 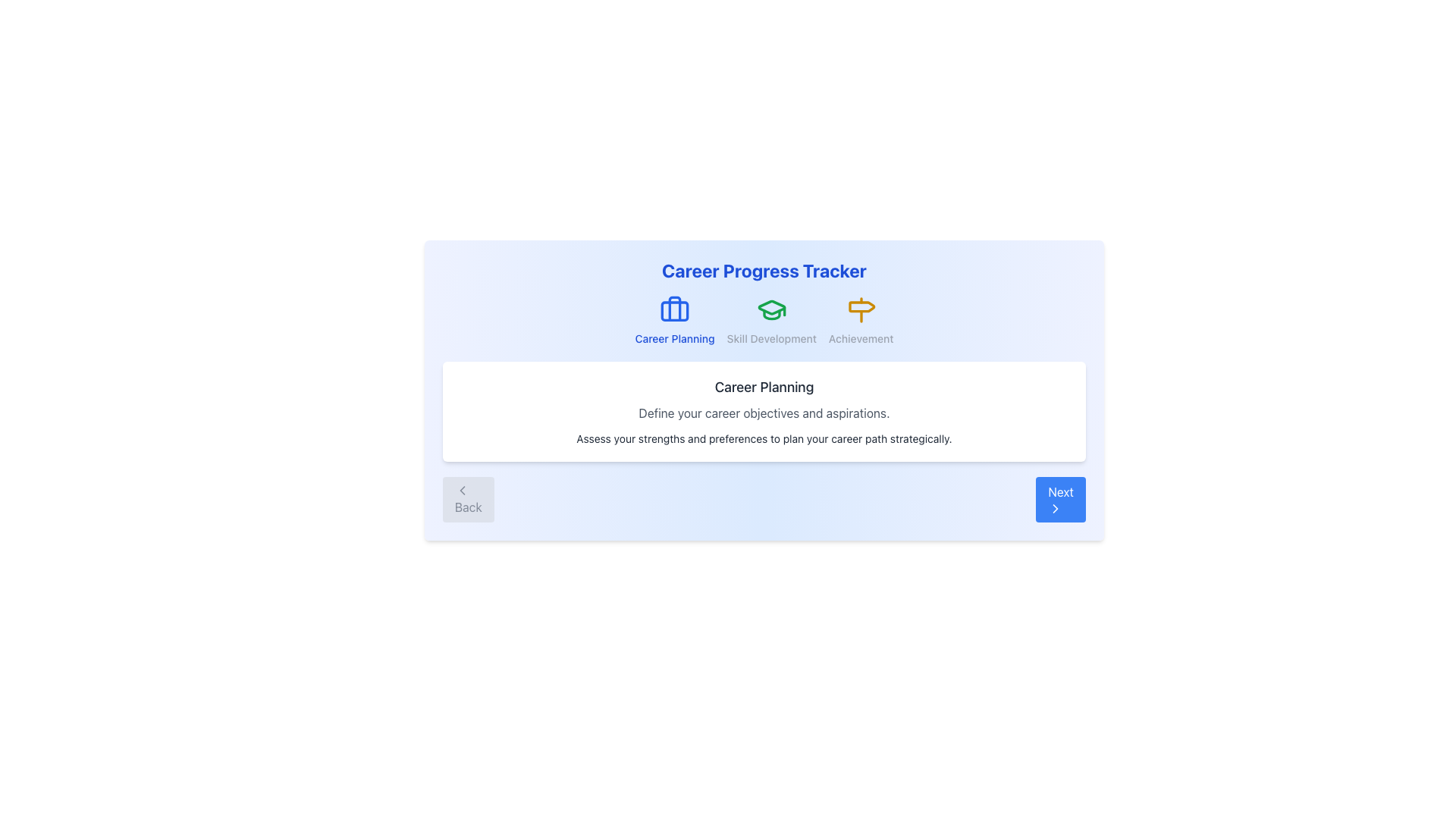 What do you see at coordinates (673, 320) in the screenshot?
I see `the first clickable menu item for career planning` at bounding box center [673, 320].